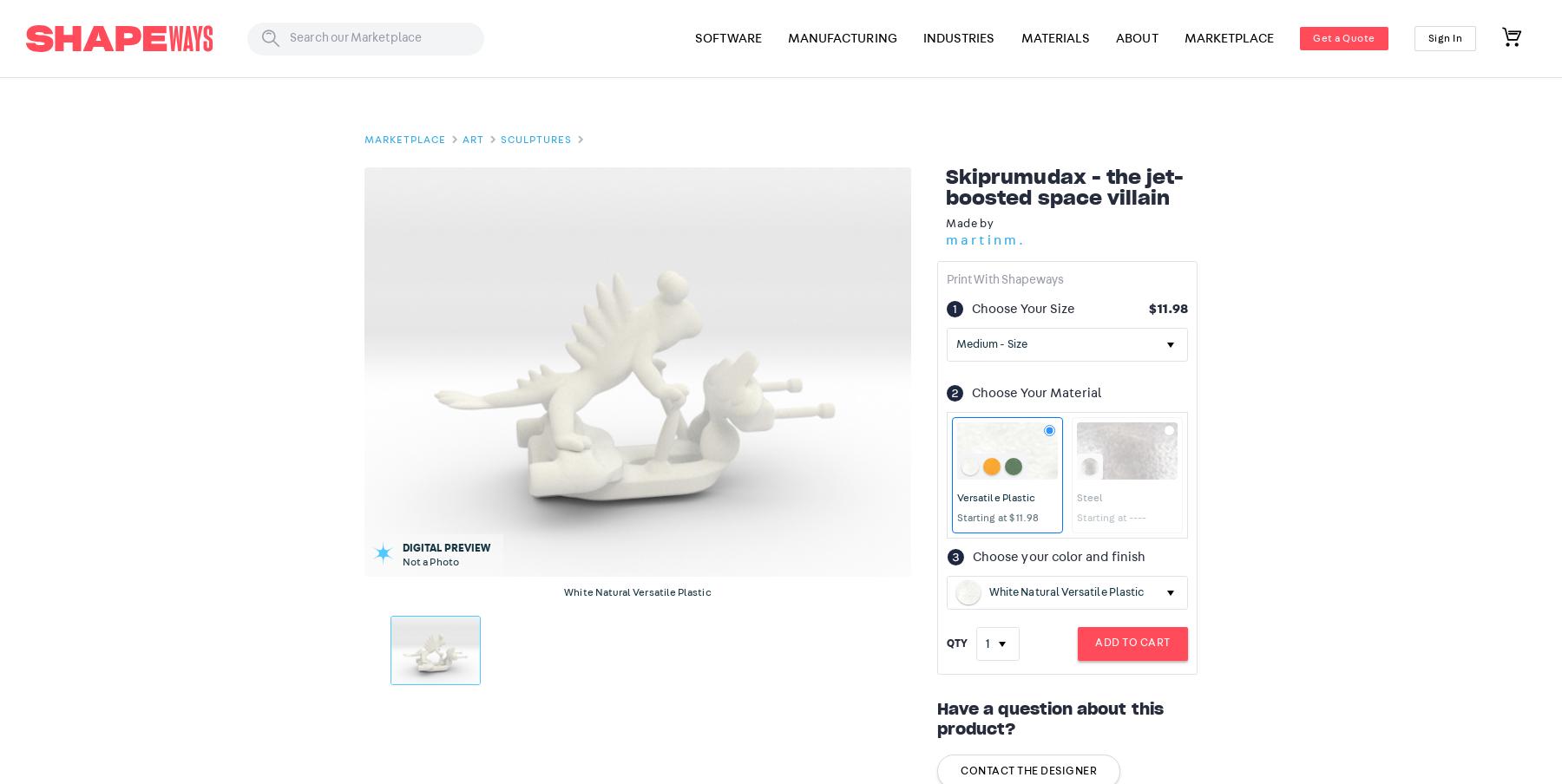 This screenshot has height=784, width=1562. What do you see at coordinates (404, 139) in the screenshot?
I see `'Marketplace'` at bounding box center [404, 139].